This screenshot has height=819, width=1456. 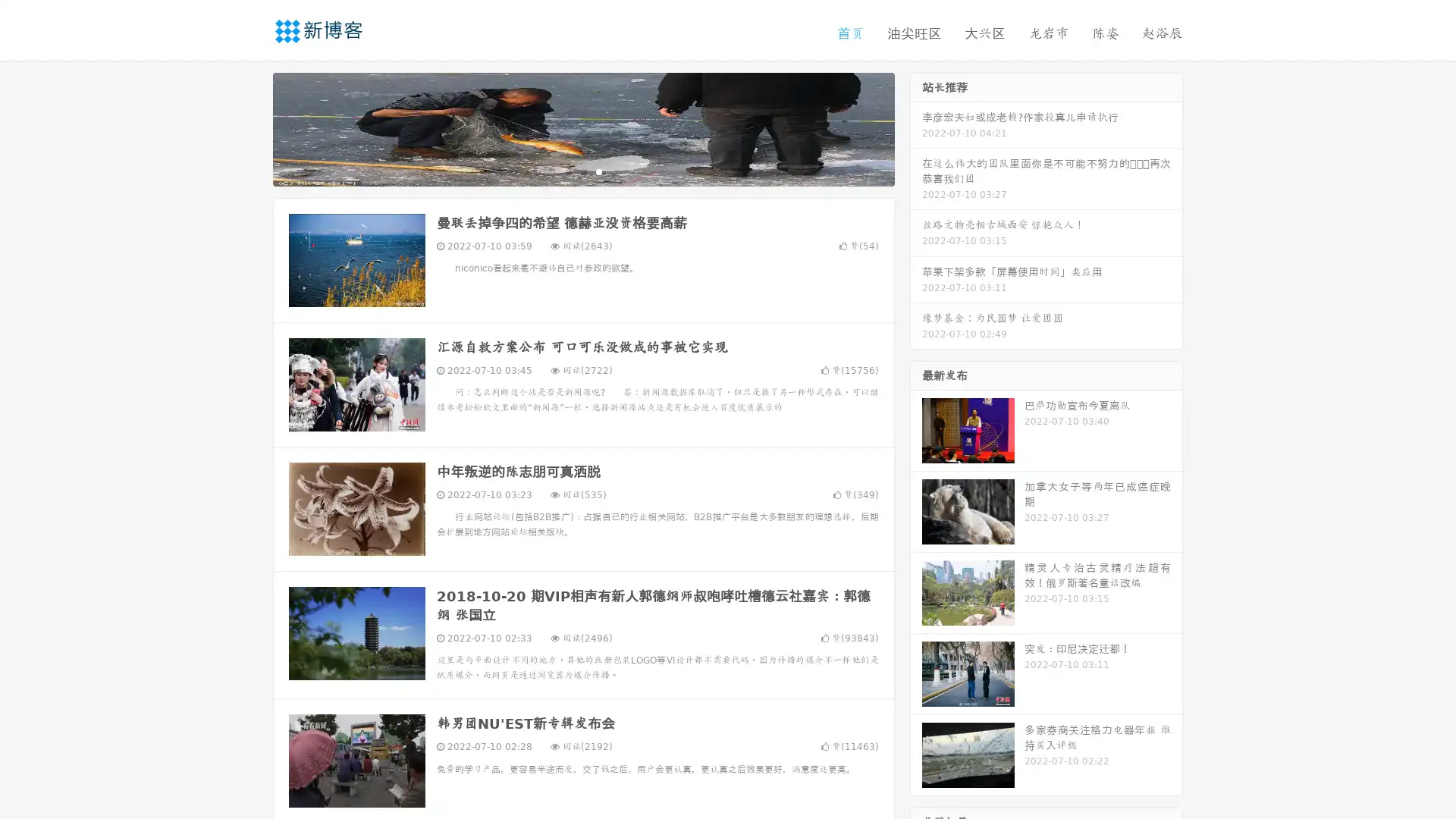 What do you see at coordinates (598, 171) in the screenshot?
I see `Go to slide 3` at bounding box center [598, 171].